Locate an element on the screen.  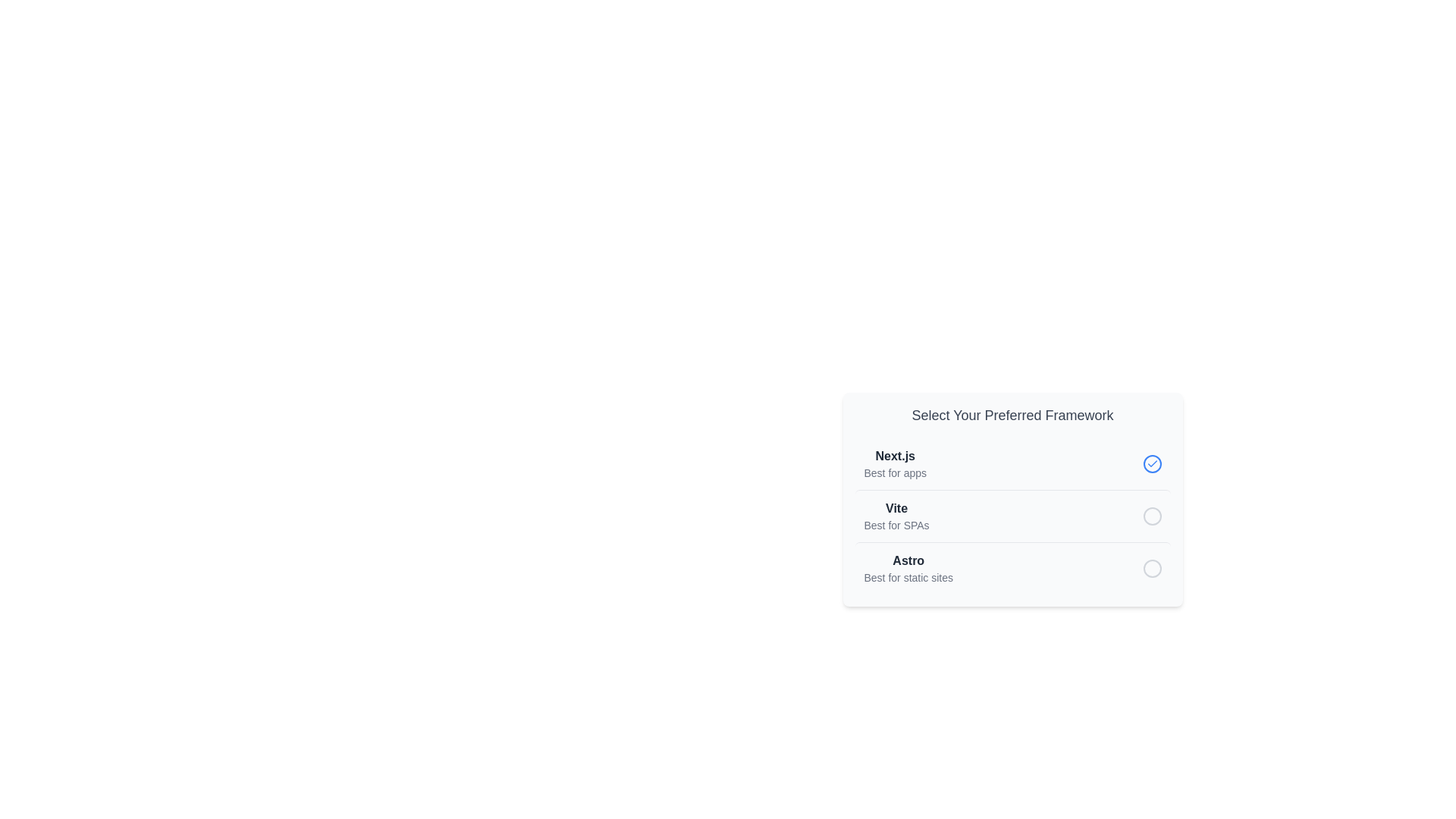
text string saying 'Best for apps', which is styled in a smaller gray font and located beneath the larger text 'Next.js' in the selection list is located at coordinates (895, 472).